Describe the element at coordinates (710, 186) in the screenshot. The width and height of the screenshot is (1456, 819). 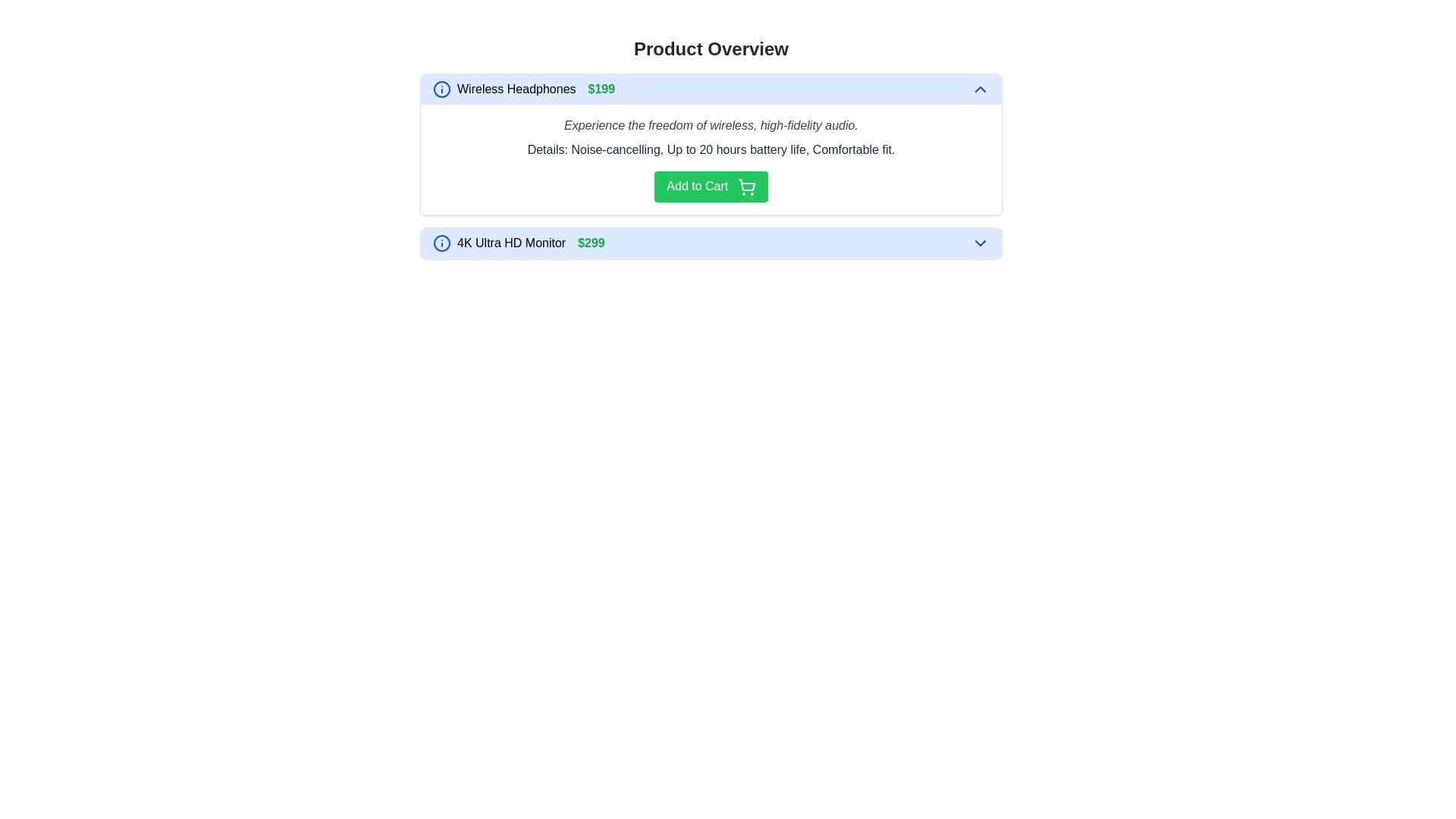
I see `the button located below the product description for 'Wireless Headphones'` at that location.